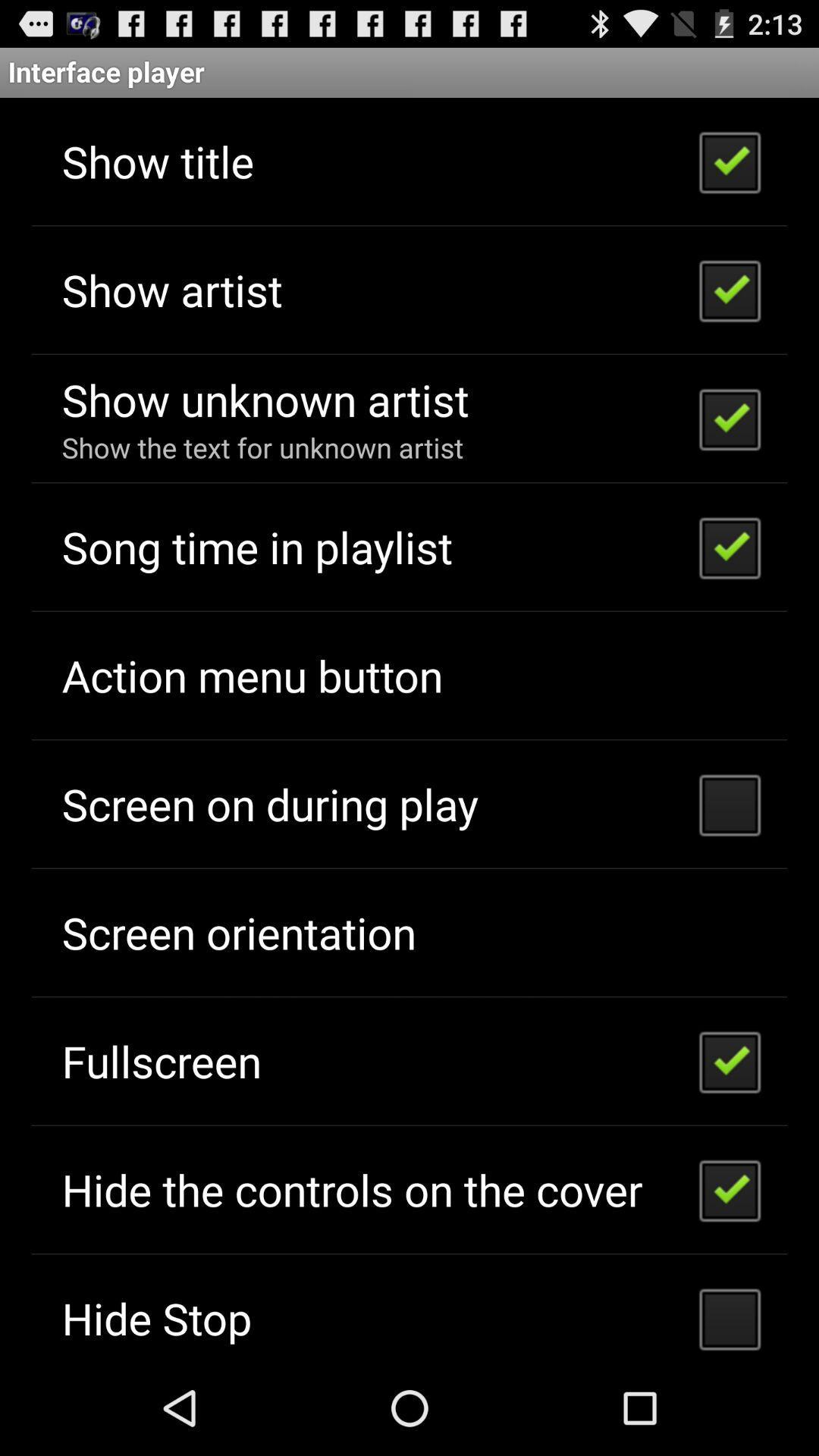  I want to click on song time in, so click(256, 546).